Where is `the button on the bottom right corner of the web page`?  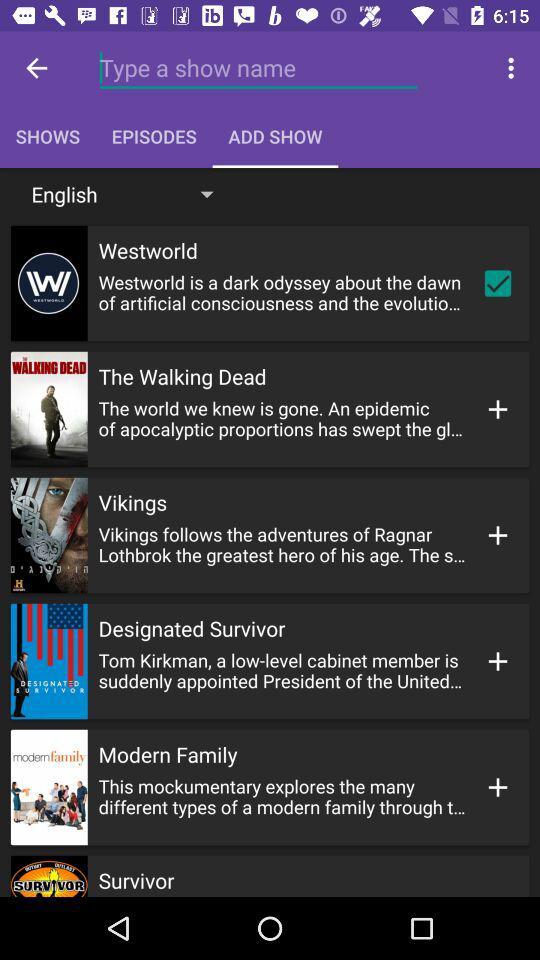 the button on the bottom right corner of the web page is located at coordinates (497, 787).